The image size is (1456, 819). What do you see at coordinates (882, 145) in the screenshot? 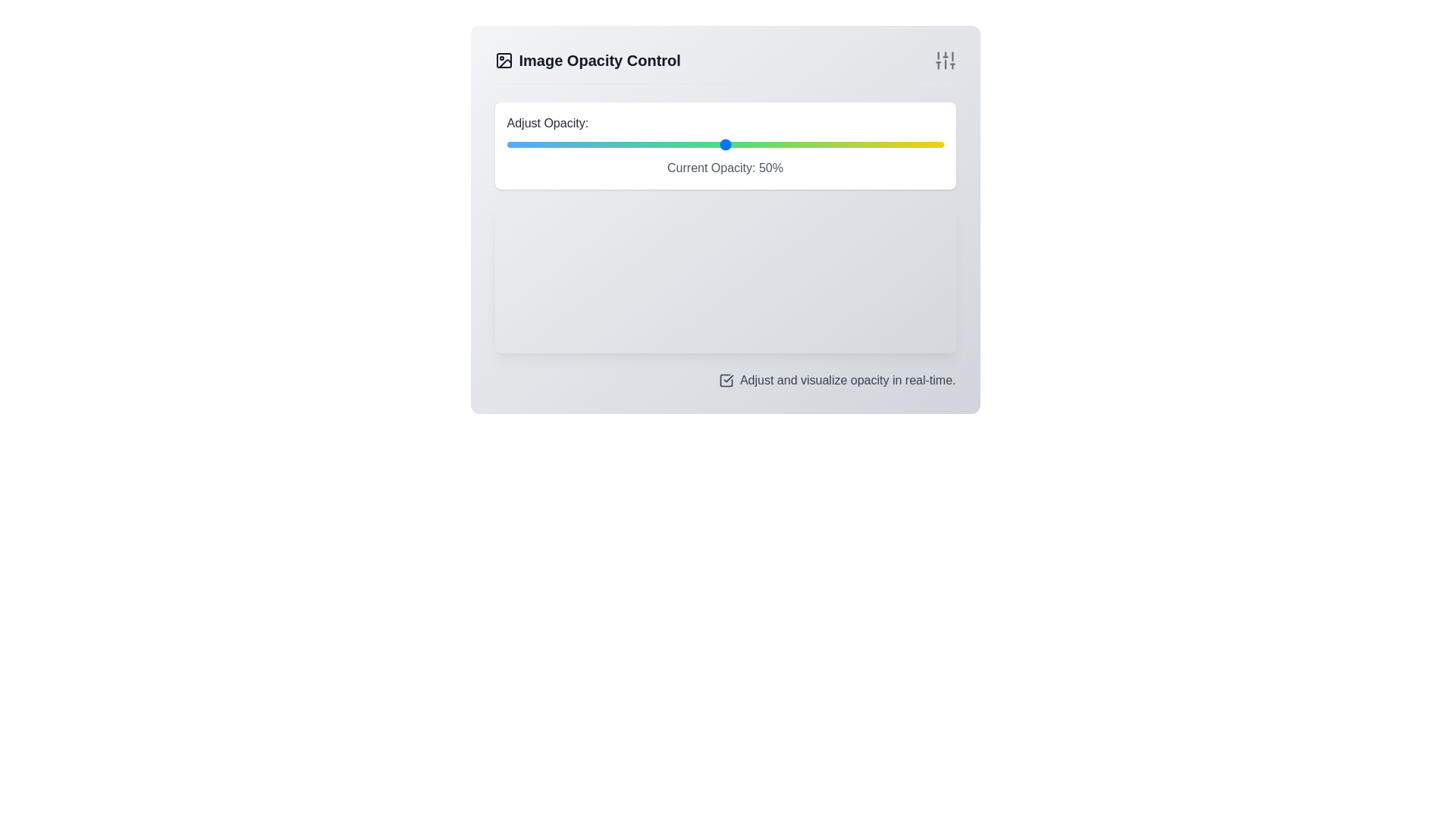
I see `the opacity` at bounding box center [882, 145].